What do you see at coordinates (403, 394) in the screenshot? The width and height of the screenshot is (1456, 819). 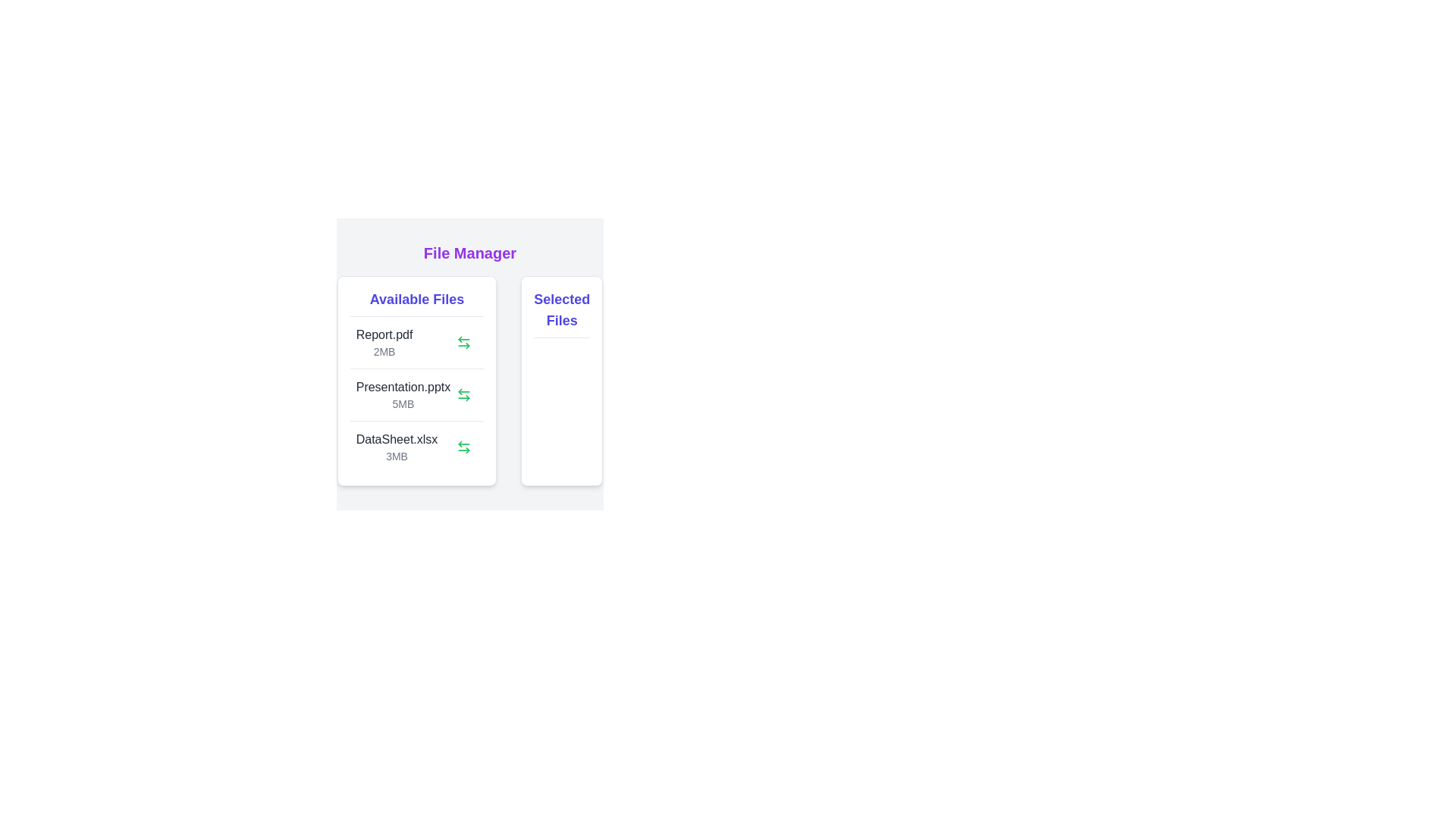 I see `the second file item in the 'Available Files' column` at bounding box center [403, 394].